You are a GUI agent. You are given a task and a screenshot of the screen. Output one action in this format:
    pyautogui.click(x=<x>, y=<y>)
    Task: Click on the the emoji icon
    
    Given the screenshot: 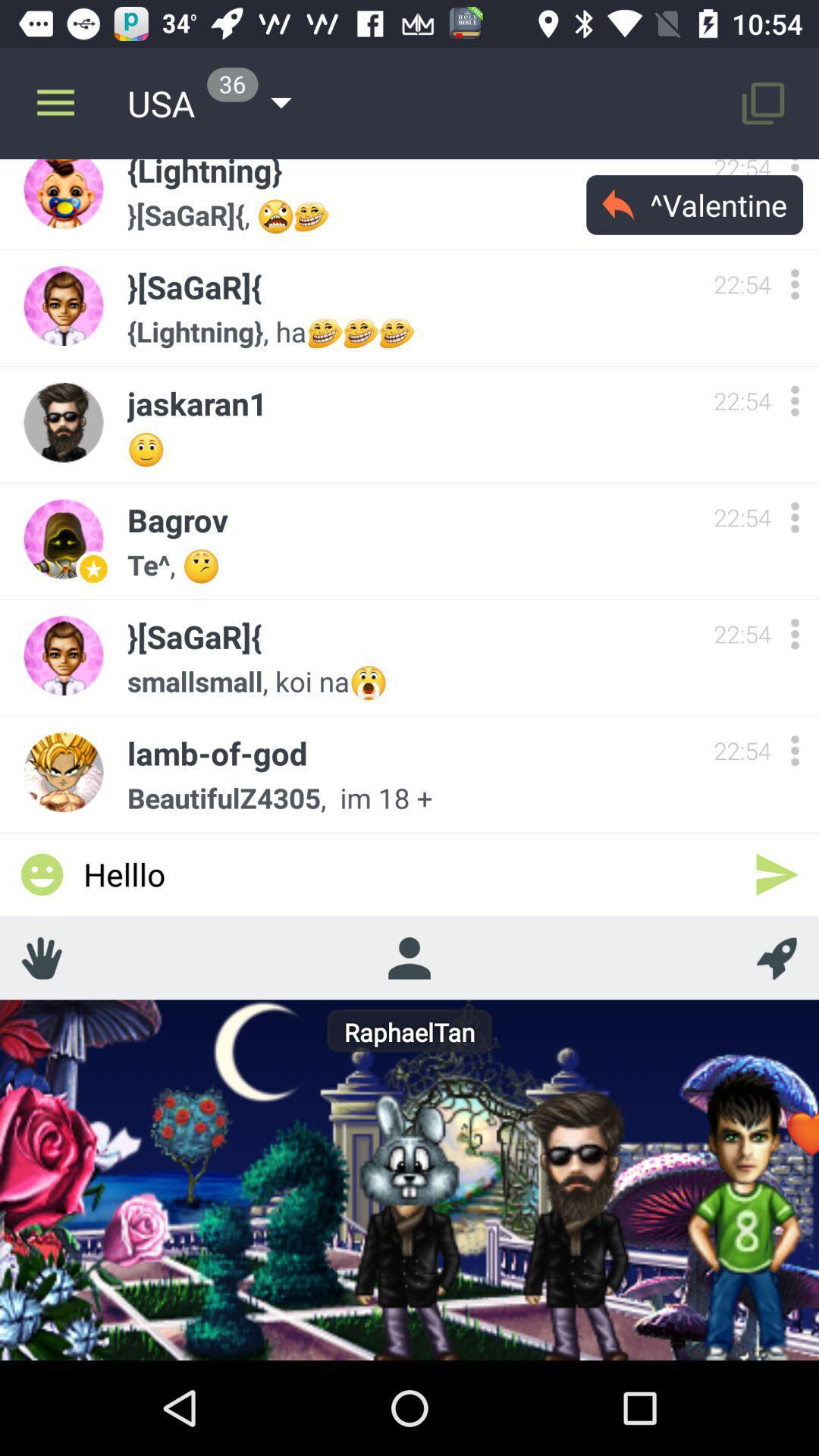 What is the action you would take?
    pyautogui.click(x=41, y=874)
    